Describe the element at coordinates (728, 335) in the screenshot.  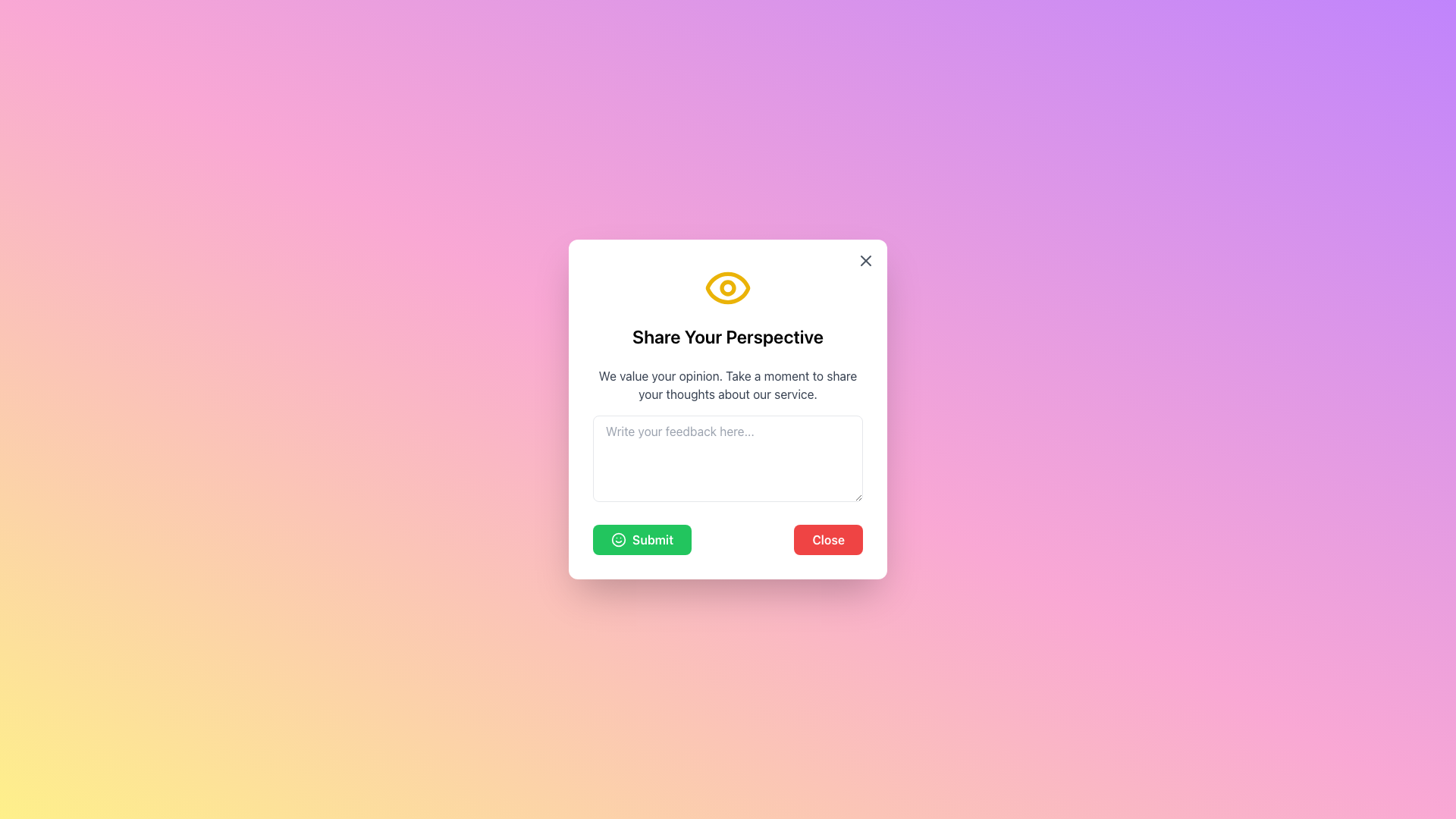
I see `text label that serves as a title or heading for the modal dialog, positioned below an eye icon within the dialog box` at that location.